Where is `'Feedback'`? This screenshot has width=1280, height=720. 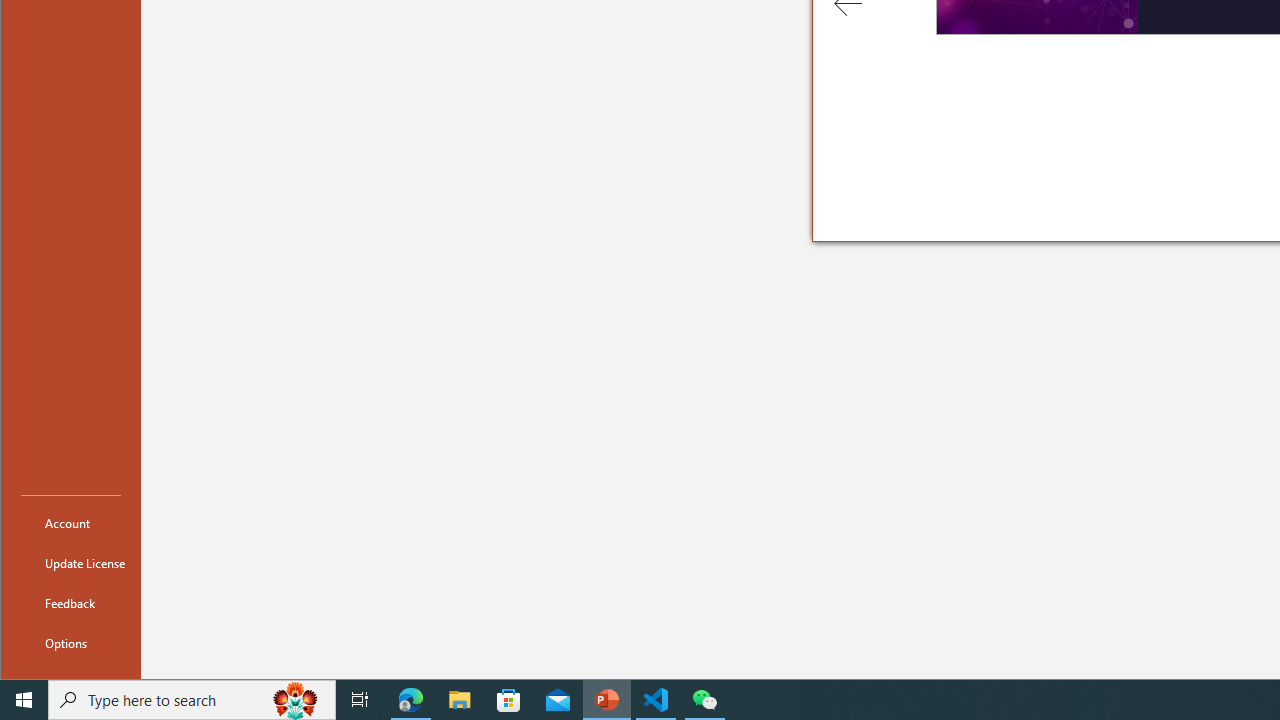 'Feedback' is located at coordinates (71, 602).